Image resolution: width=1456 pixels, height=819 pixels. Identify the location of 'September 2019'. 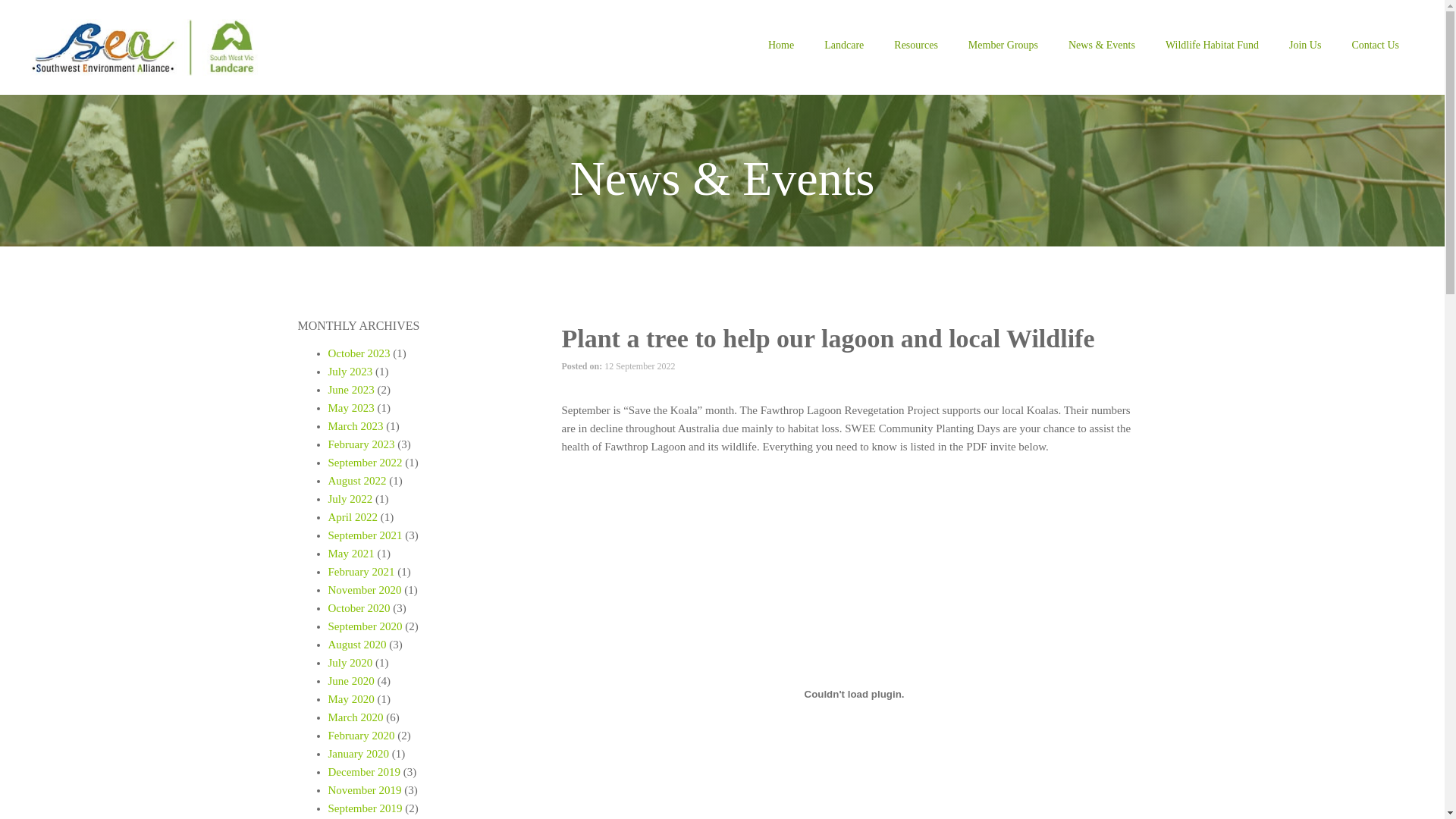
(364, 807).